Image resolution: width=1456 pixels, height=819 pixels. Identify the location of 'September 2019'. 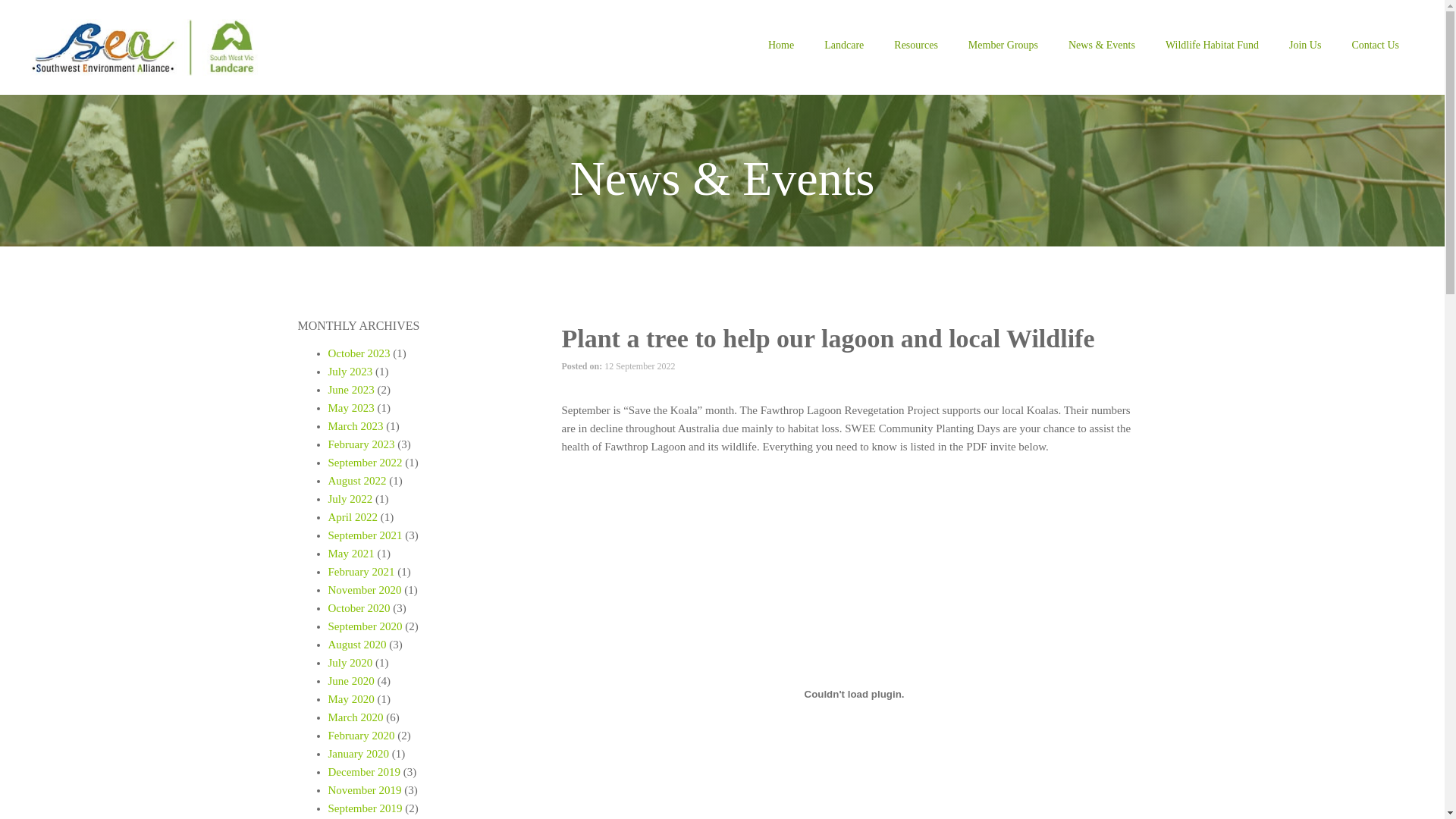
(364, 807).